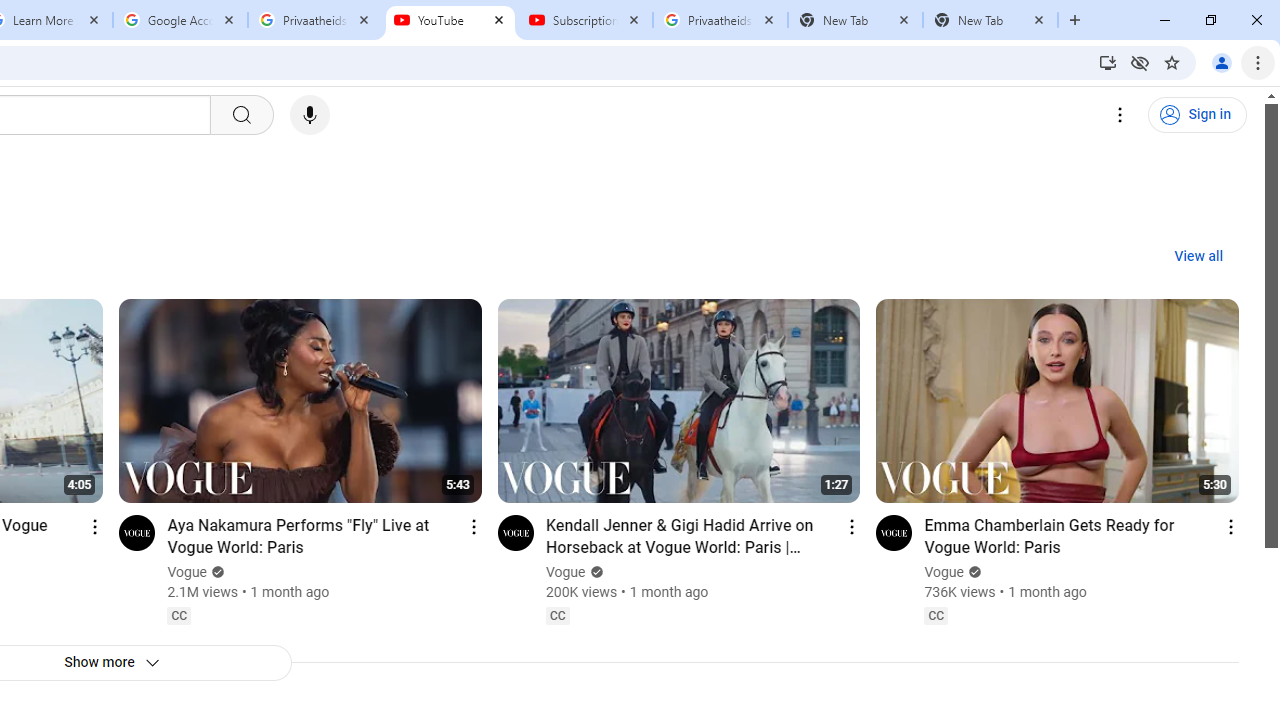  What do you see at coordinates (1120, 115) in the screenshot?
I see `'Settings'` at bounding box center [1120, 115].